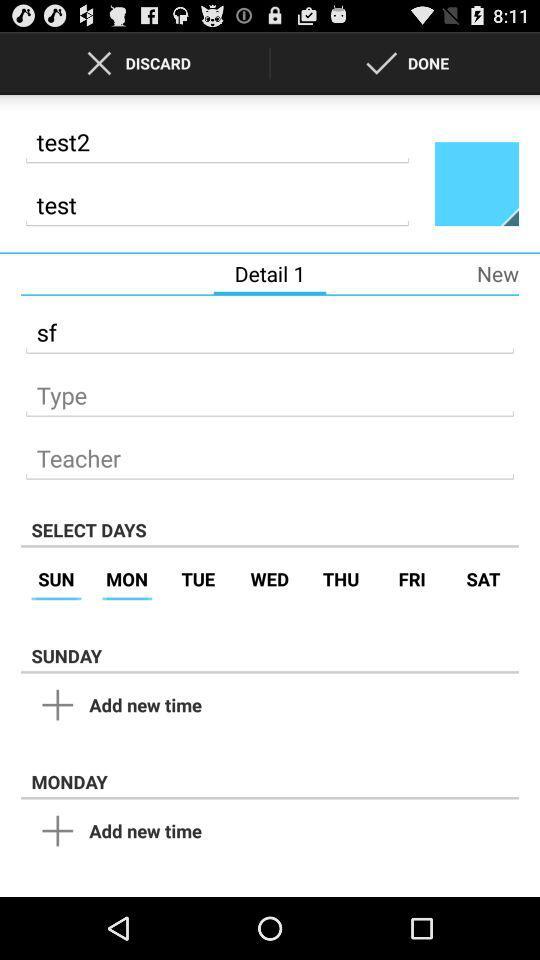  Describe the element at coordinates (270, 453) in the screenshot. I see `type name of teacher` at that location.